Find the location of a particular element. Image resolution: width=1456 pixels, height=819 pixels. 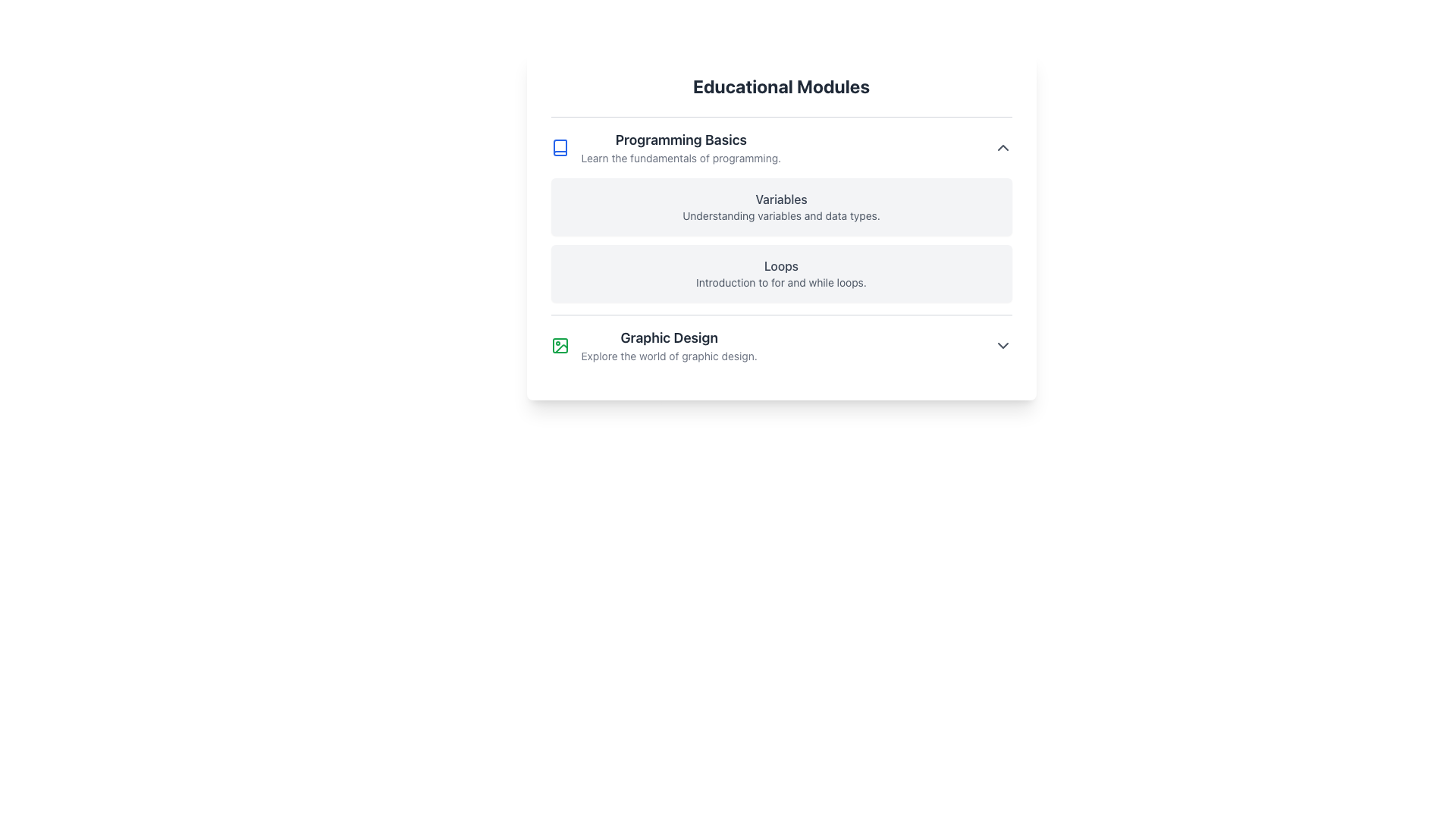

the collapsible list item titled 'Graphic Design' is located at coordinates (781, 345).